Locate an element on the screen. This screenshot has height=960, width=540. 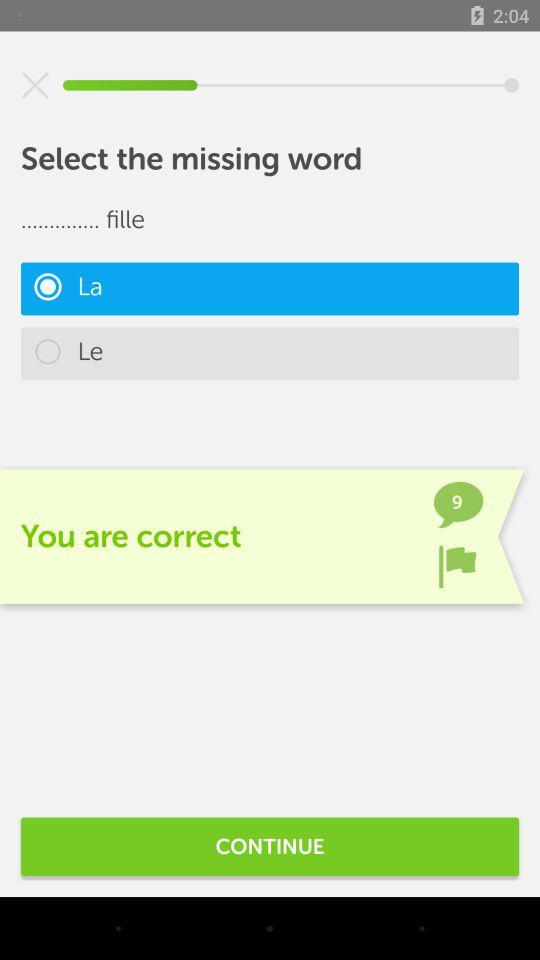
la item is located at coordinates (270, 287).